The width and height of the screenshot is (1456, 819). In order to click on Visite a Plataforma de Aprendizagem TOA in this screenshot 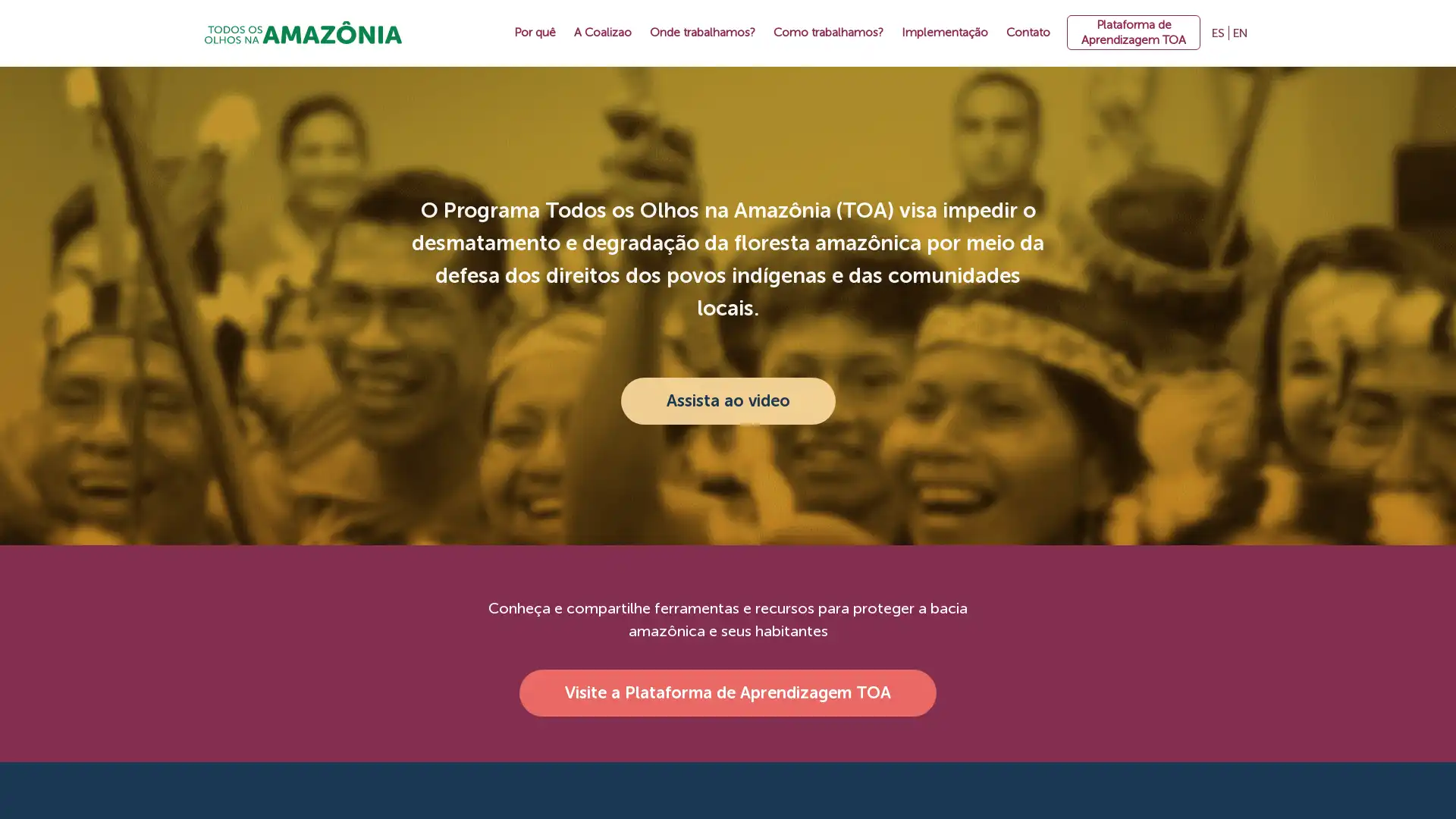, I will do `click(728, 693)`.